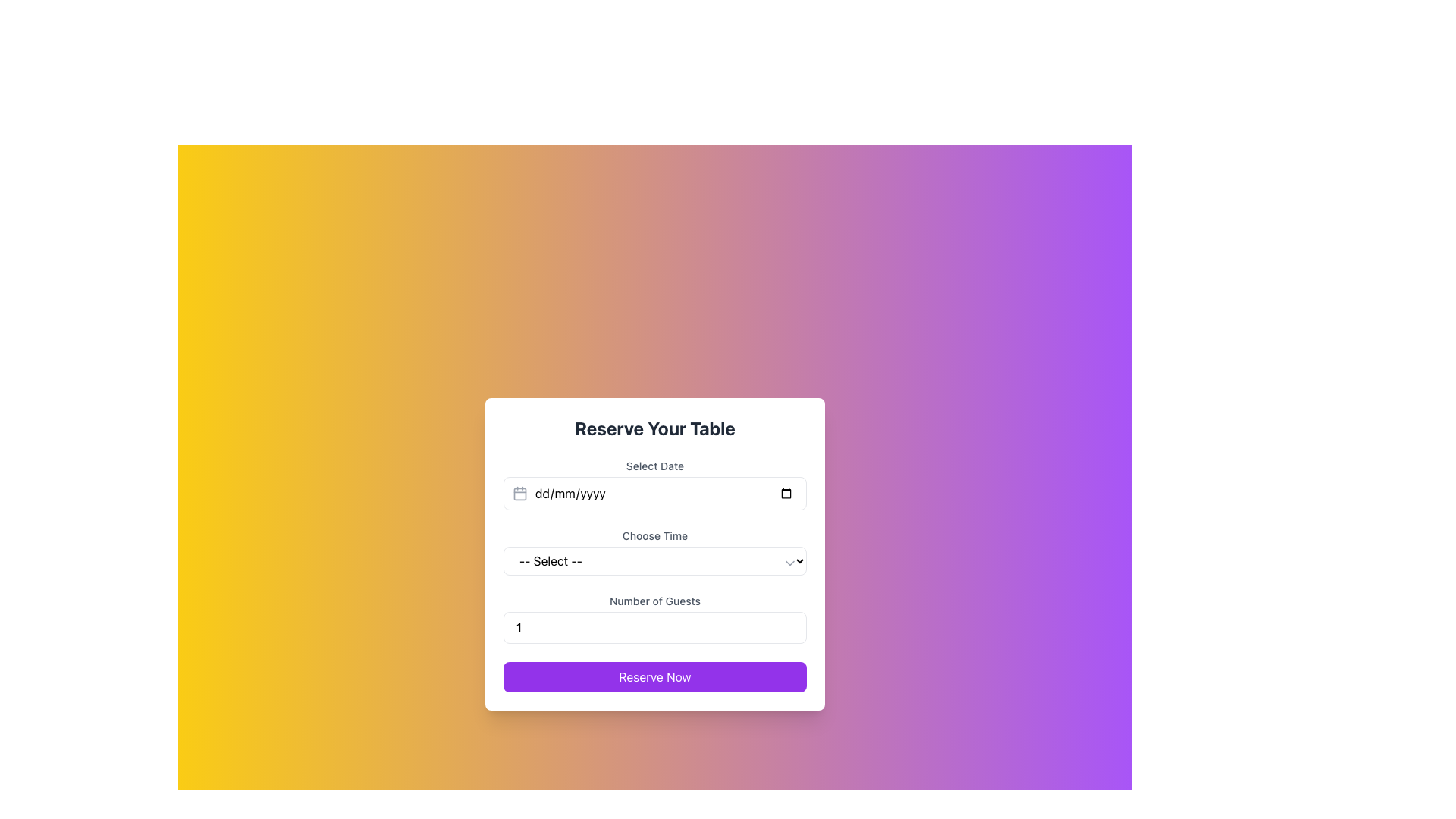  I want to click on the bold and large-sized heading 'Reserve Your Table' which is centered inside a white-rounded box at the top of the reservation form, so click(655, 428).